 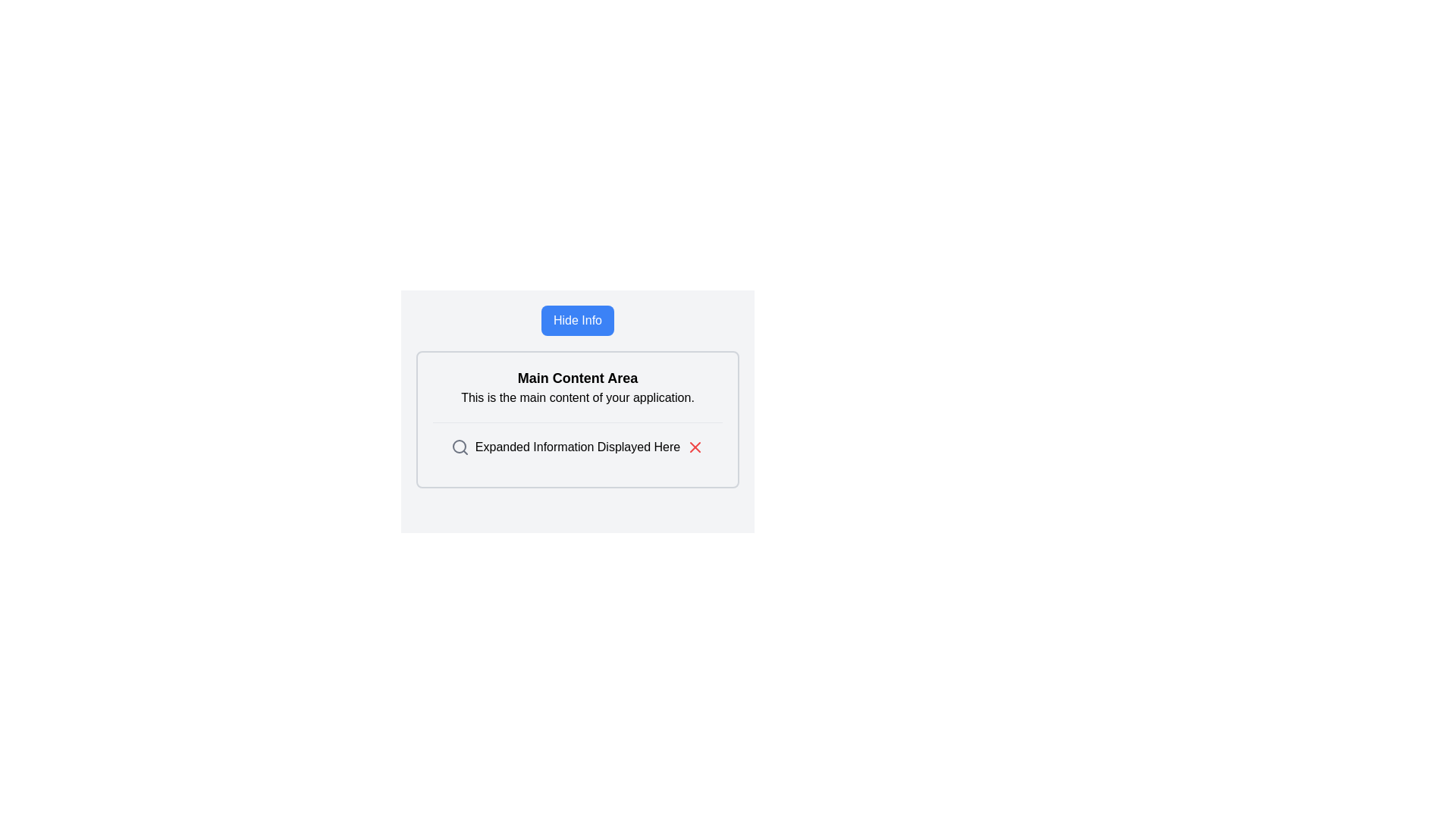 I want to click on the search icon resembling a magnifying glass, which is located to the immediate left of the text 'Expanded Information Displayed Here', so click(x=459, y=447).